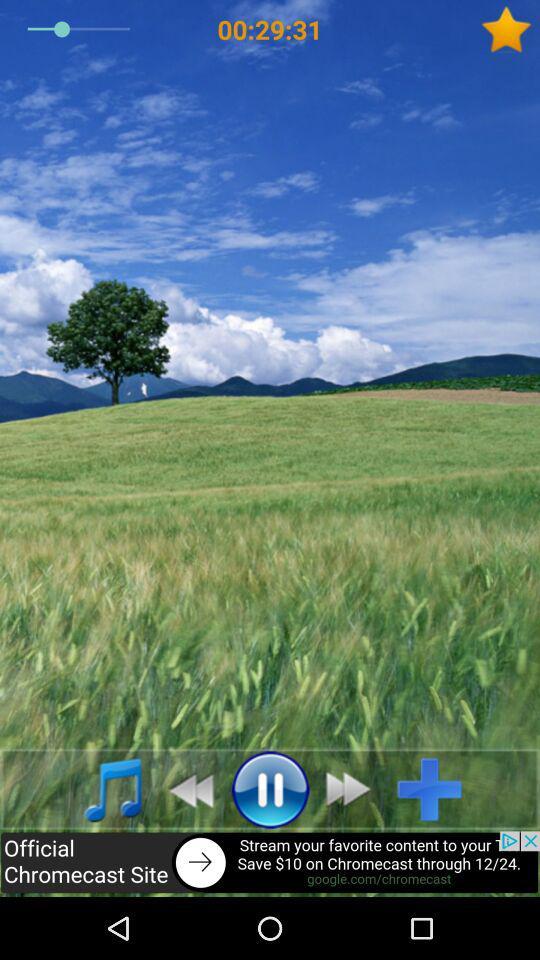 This screenshot has width=540, height=960. I want to click on the pause icon, so click(270, 789).